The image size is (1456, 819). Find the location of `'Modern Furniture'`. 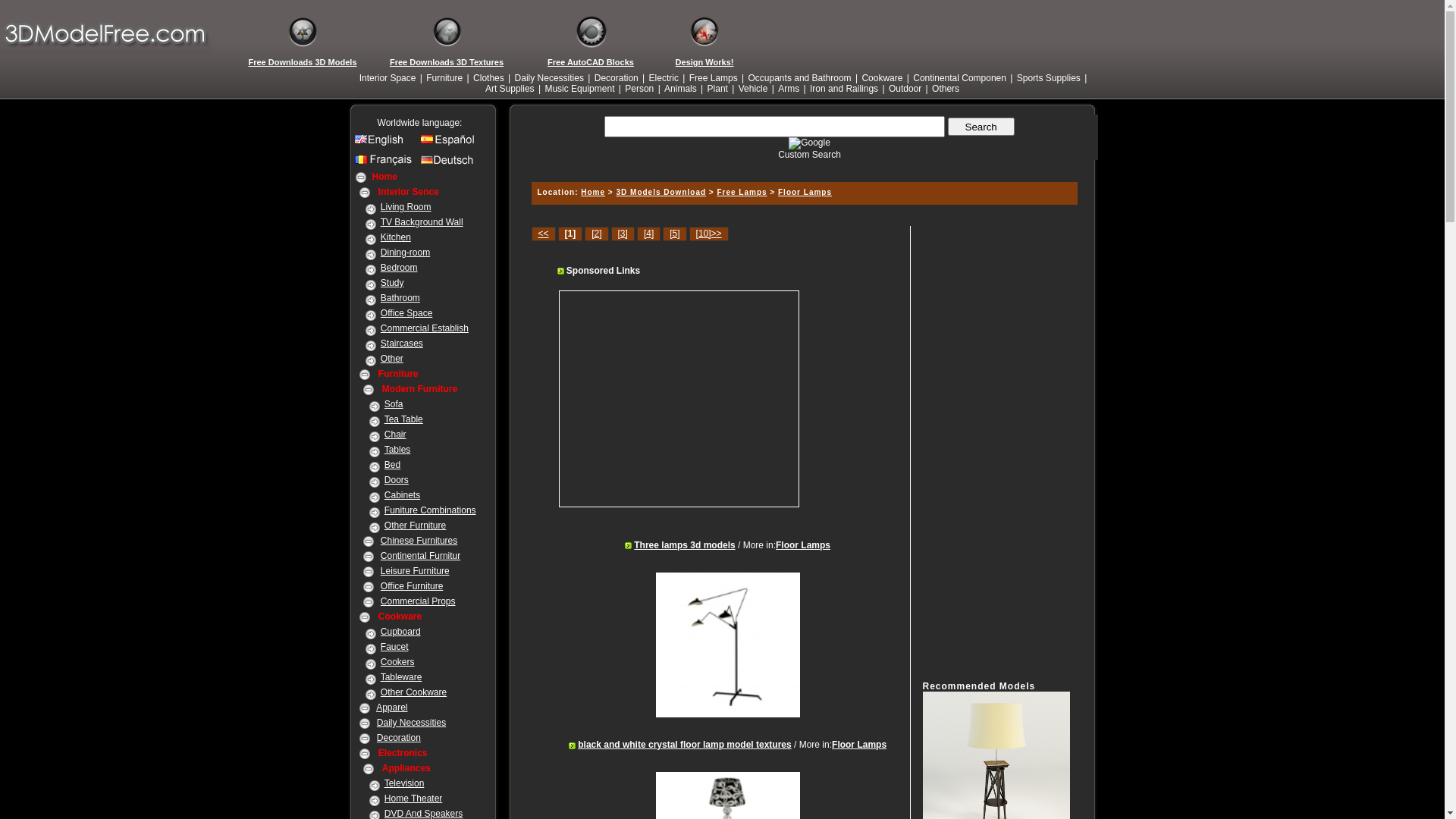

'Modern Furniture' is located at coordinates (419, 388).